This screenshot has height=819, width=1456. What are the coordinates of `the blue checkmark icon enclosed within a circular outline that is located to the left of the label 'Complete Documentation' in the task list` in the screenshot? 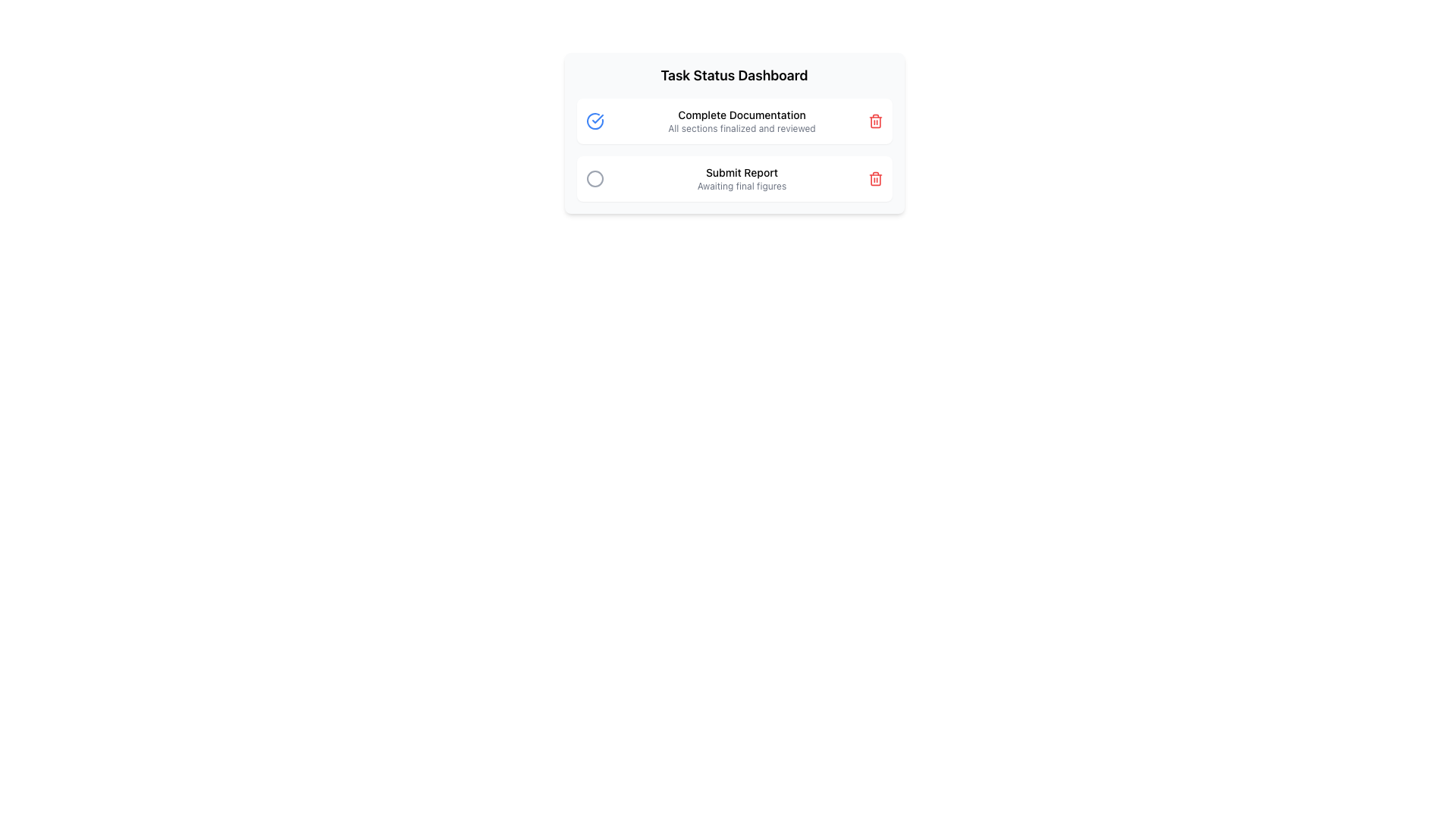 It's located at (594, 120).